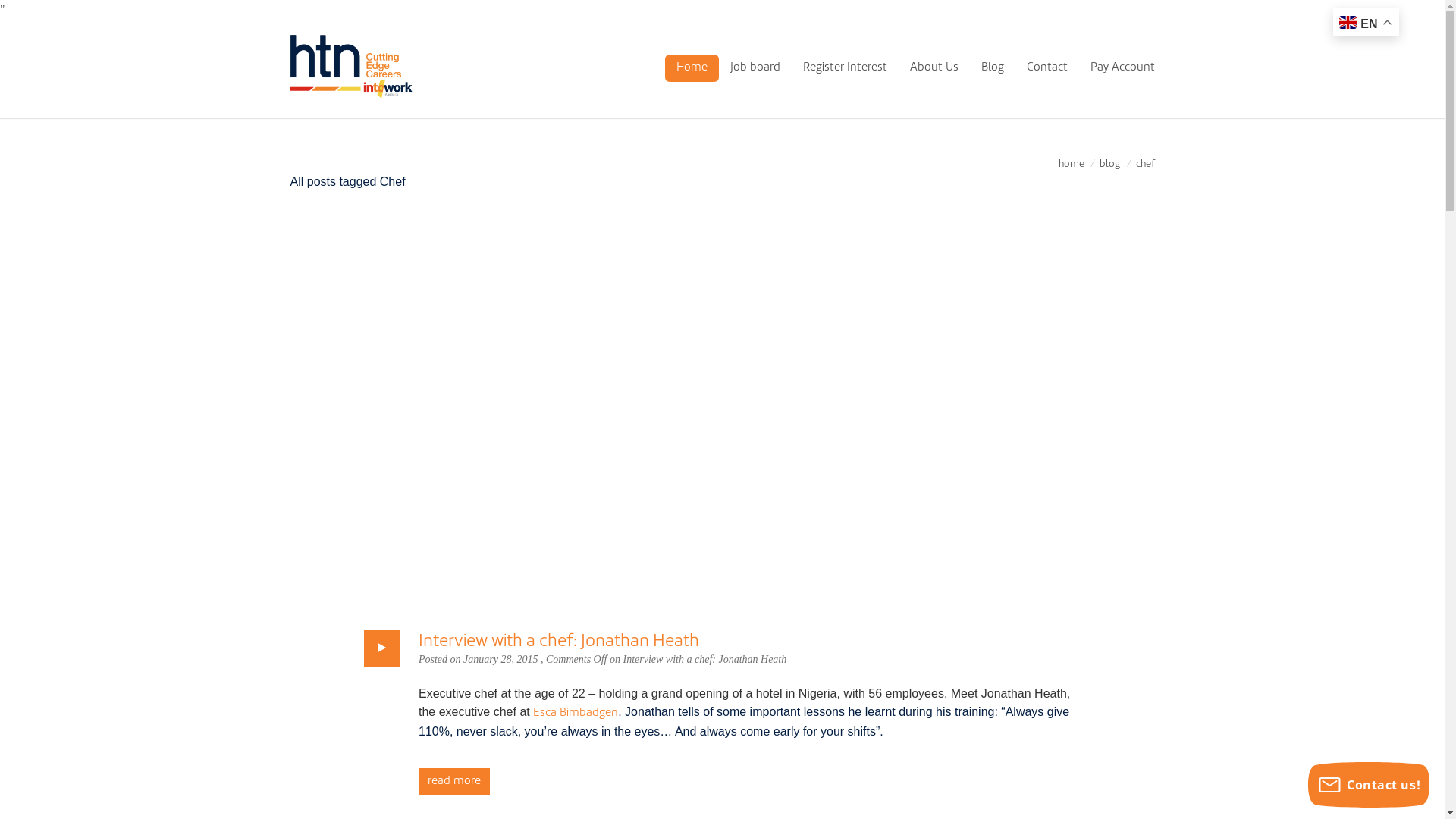 The height and width of the screenshot is (819, 1456). Describe the element at coordinates (1046, 67) in the screenshot. I see `'Contact'` at that location.